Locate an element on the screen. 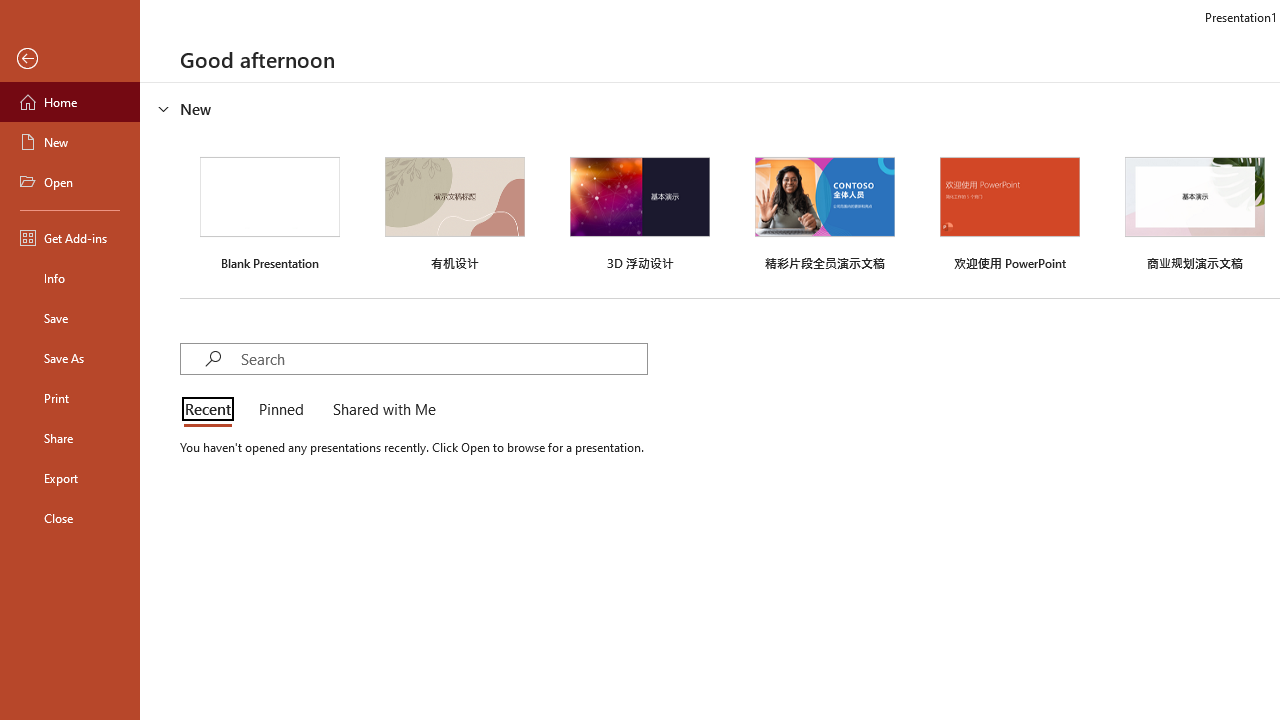  'Get Add-ins' is located at coordinates (69, 236).